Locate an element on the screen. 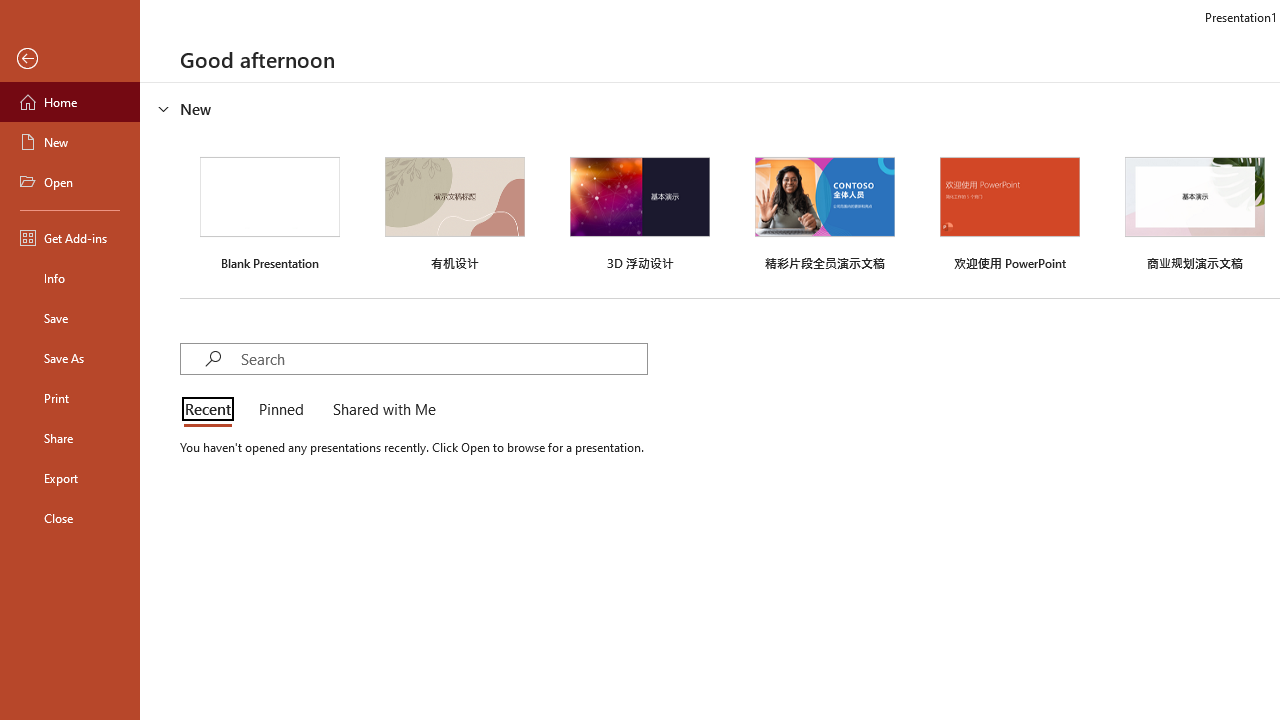  'Get Add-ins' is located at coordinates (69, 236).